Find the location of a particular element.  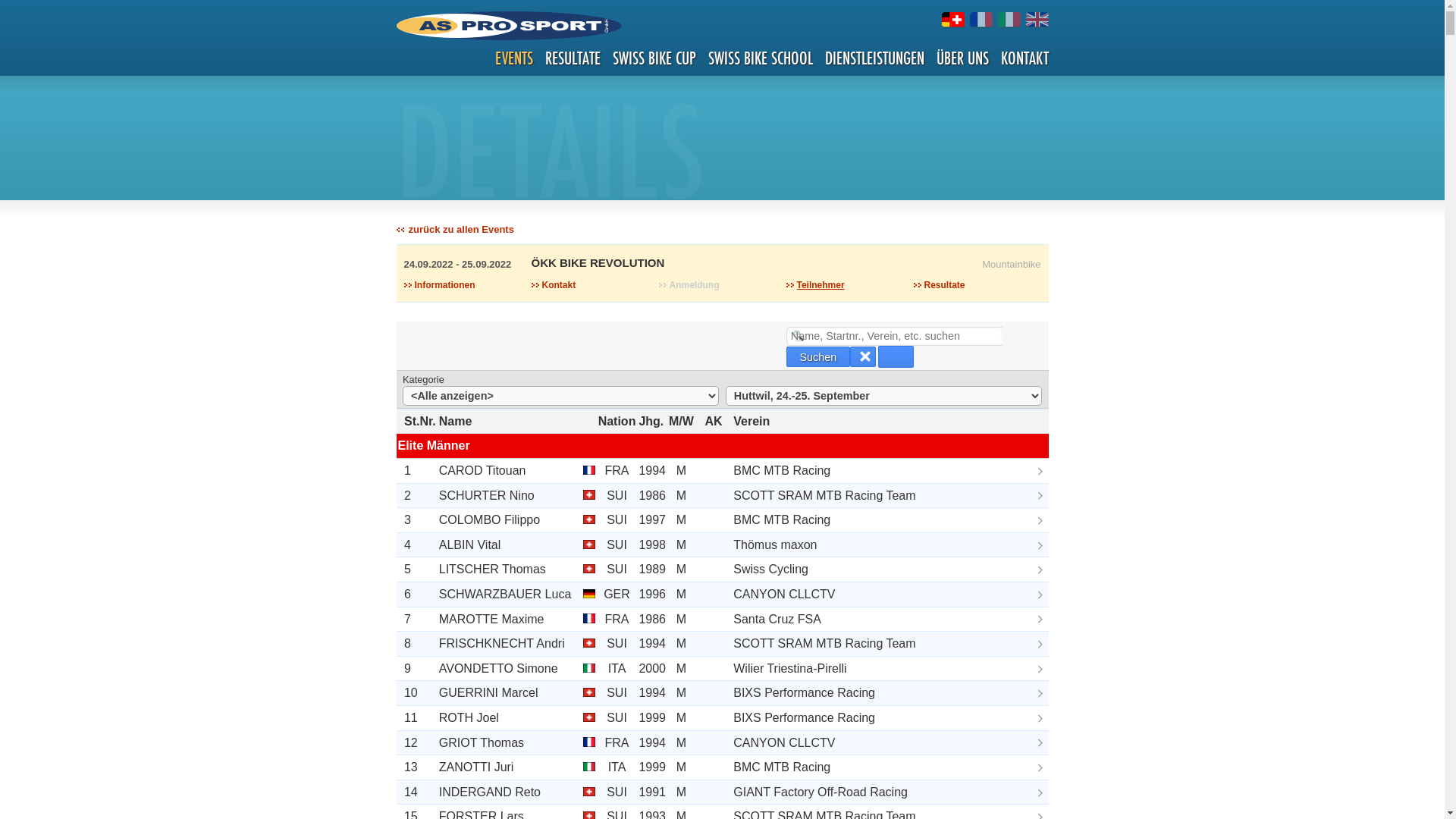

'RESULTATE' is located at coordinates (571, 57).